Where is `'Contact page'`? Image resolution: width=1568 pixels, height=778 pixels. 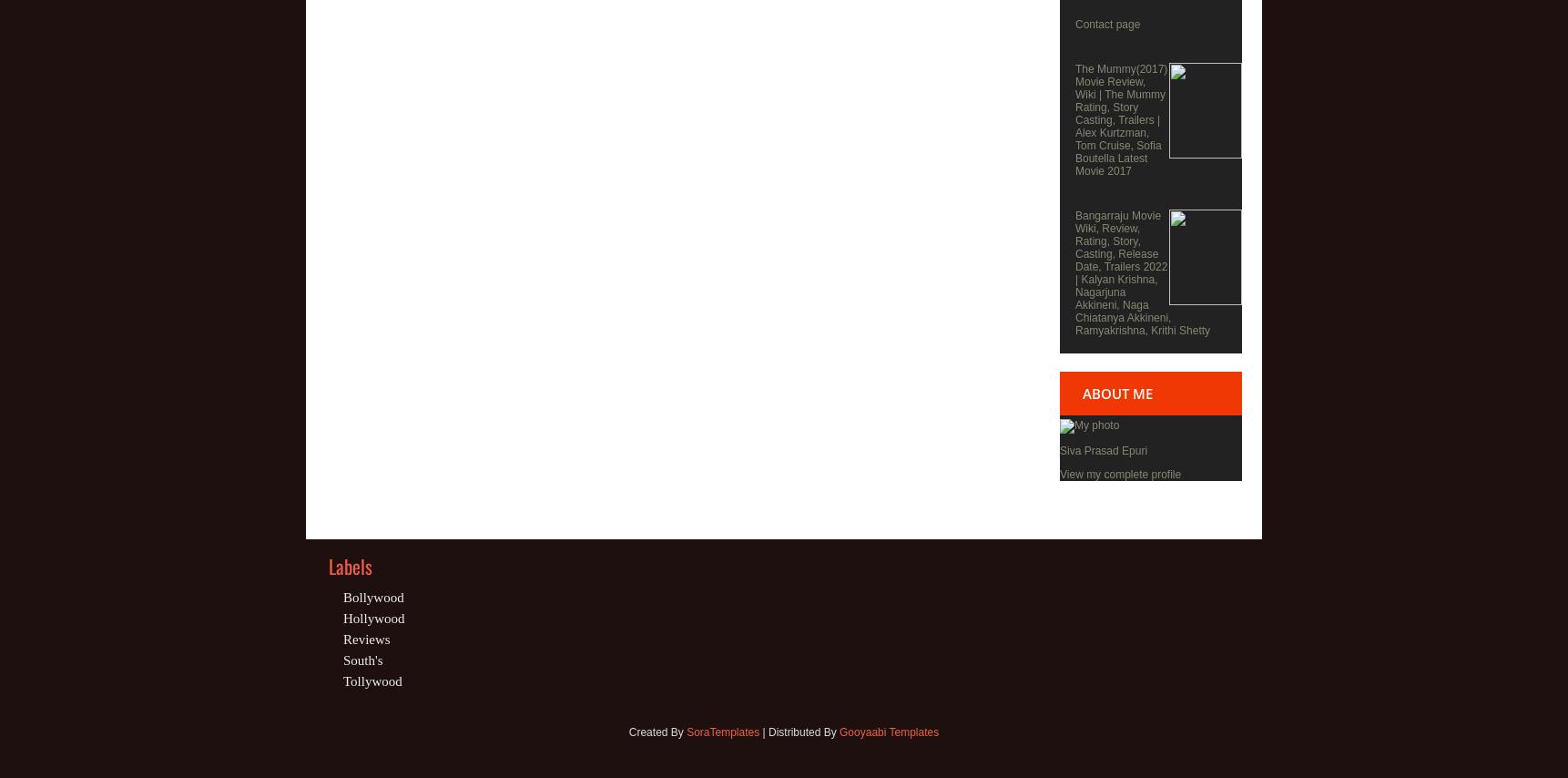
'Contact page' is located at coordinates (1106, 22).